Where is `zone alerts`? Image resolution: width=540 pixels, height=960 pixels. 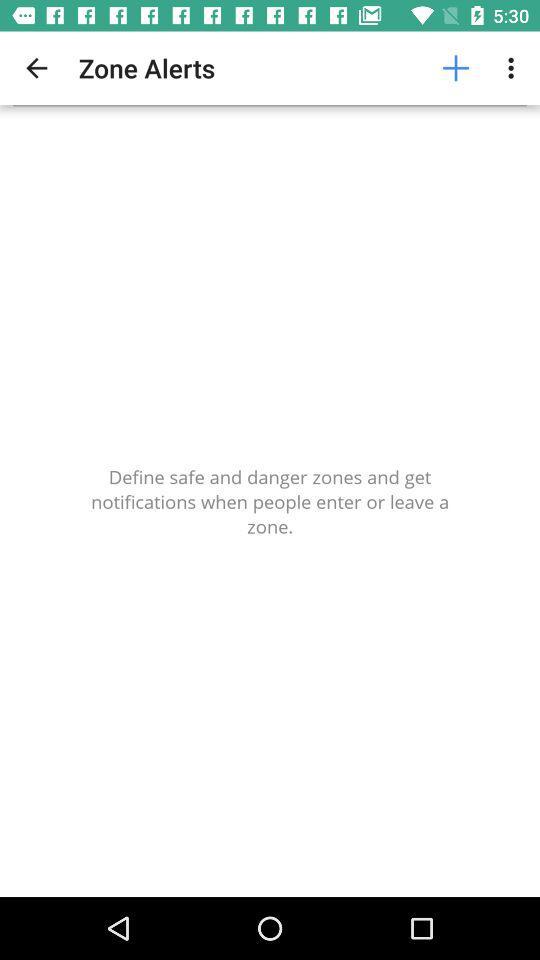 zone alerts is located at coordinates (270, 500).